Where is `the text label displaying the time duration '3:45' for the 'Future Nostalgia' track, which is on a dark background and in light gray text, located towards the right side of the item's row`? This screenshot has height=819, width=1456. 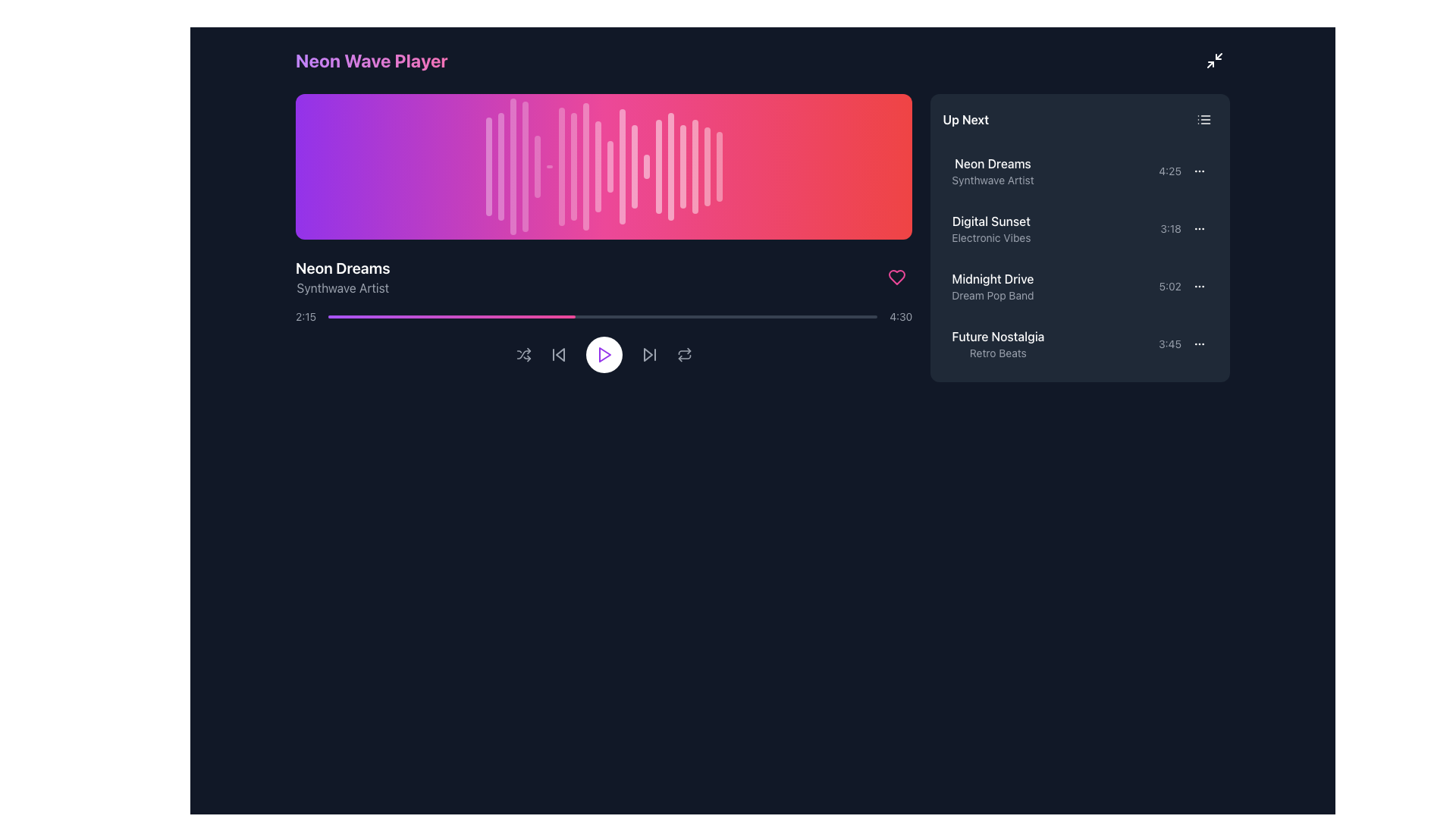 the text label displaying the time duration '3:45' for the 'Future Nostalgia' track, which is on a dark background and in light gray text, located towards the right side of the item's row is located at coordinates (1169, 344).